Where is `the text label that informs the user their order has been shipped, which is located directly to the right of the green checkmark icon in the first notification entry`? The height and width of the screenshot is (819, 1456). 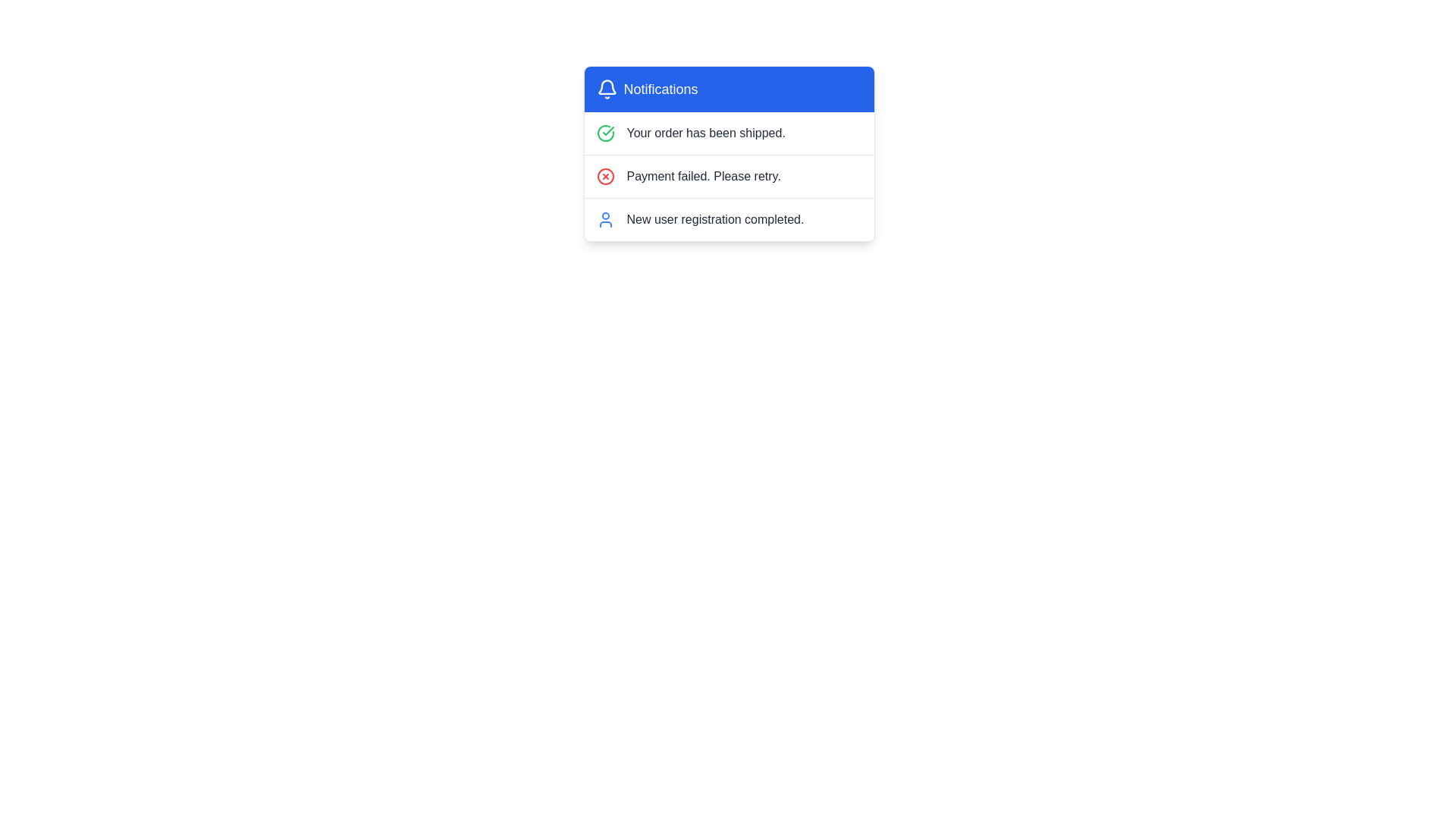 the text label that informs the user their order has been shipped, which is located directly to the right of the green checkmark icon in the first notification entry is located at coordinates (705, 133).